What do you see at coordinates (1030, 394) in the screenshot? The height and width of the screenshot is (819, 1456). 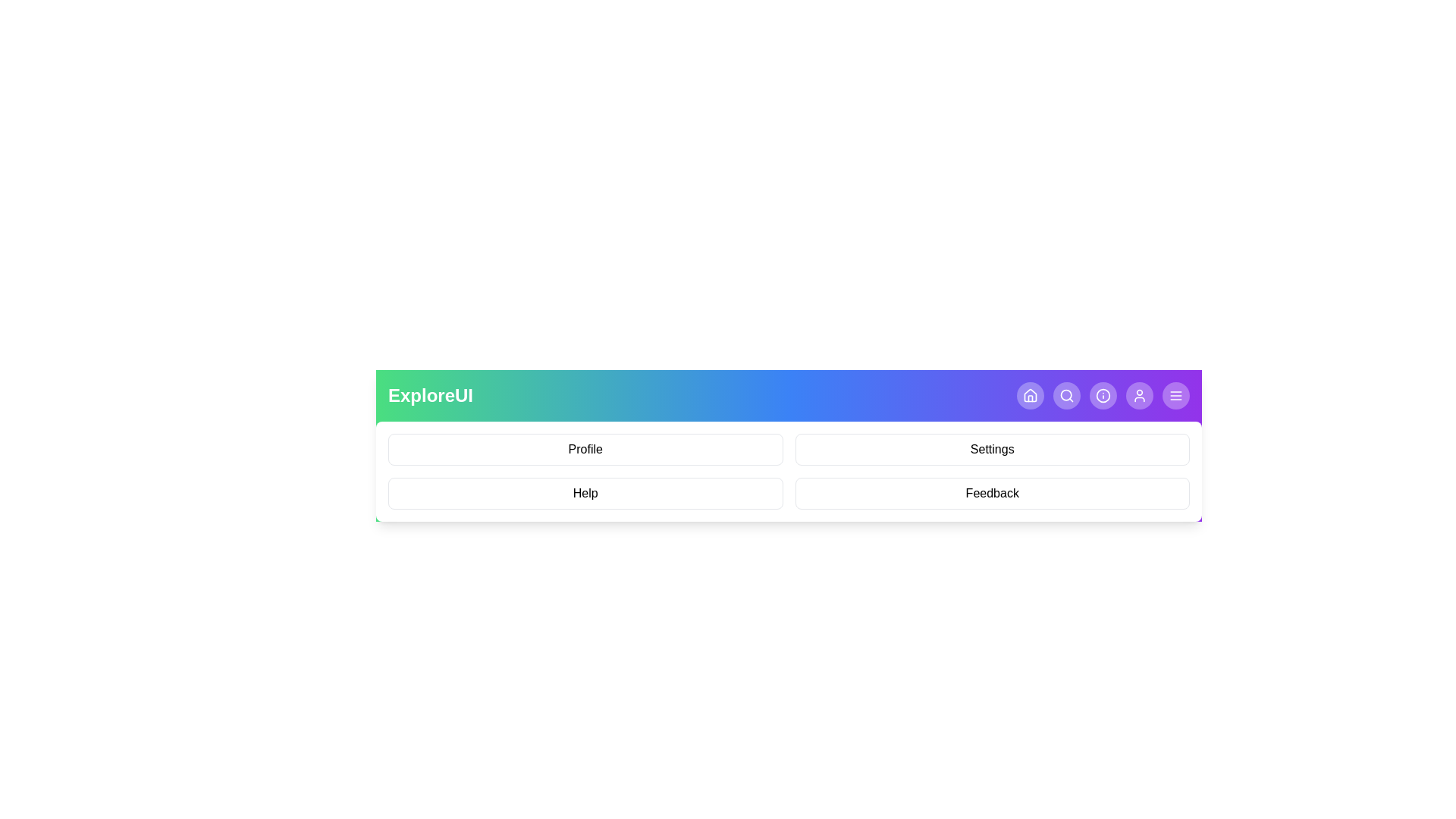 I see `the Home navigation button in the app bar` at bounding box center [1030, 394].